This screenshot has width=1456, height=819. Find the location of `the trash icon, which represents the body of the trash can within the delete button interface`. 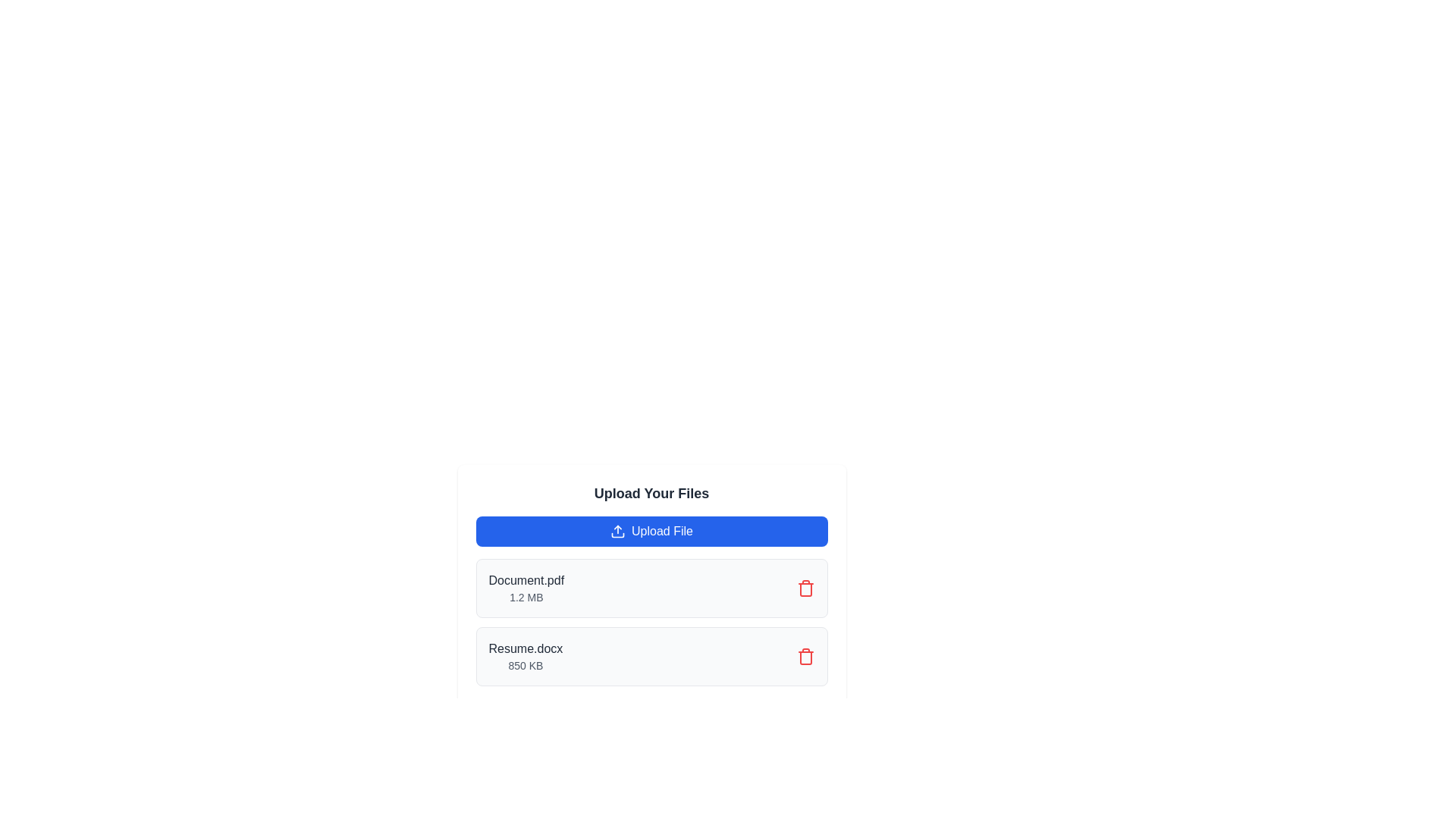

the trash icon, which represents the body of the trash can within the delete button interface is located at coordinates (805, 657).